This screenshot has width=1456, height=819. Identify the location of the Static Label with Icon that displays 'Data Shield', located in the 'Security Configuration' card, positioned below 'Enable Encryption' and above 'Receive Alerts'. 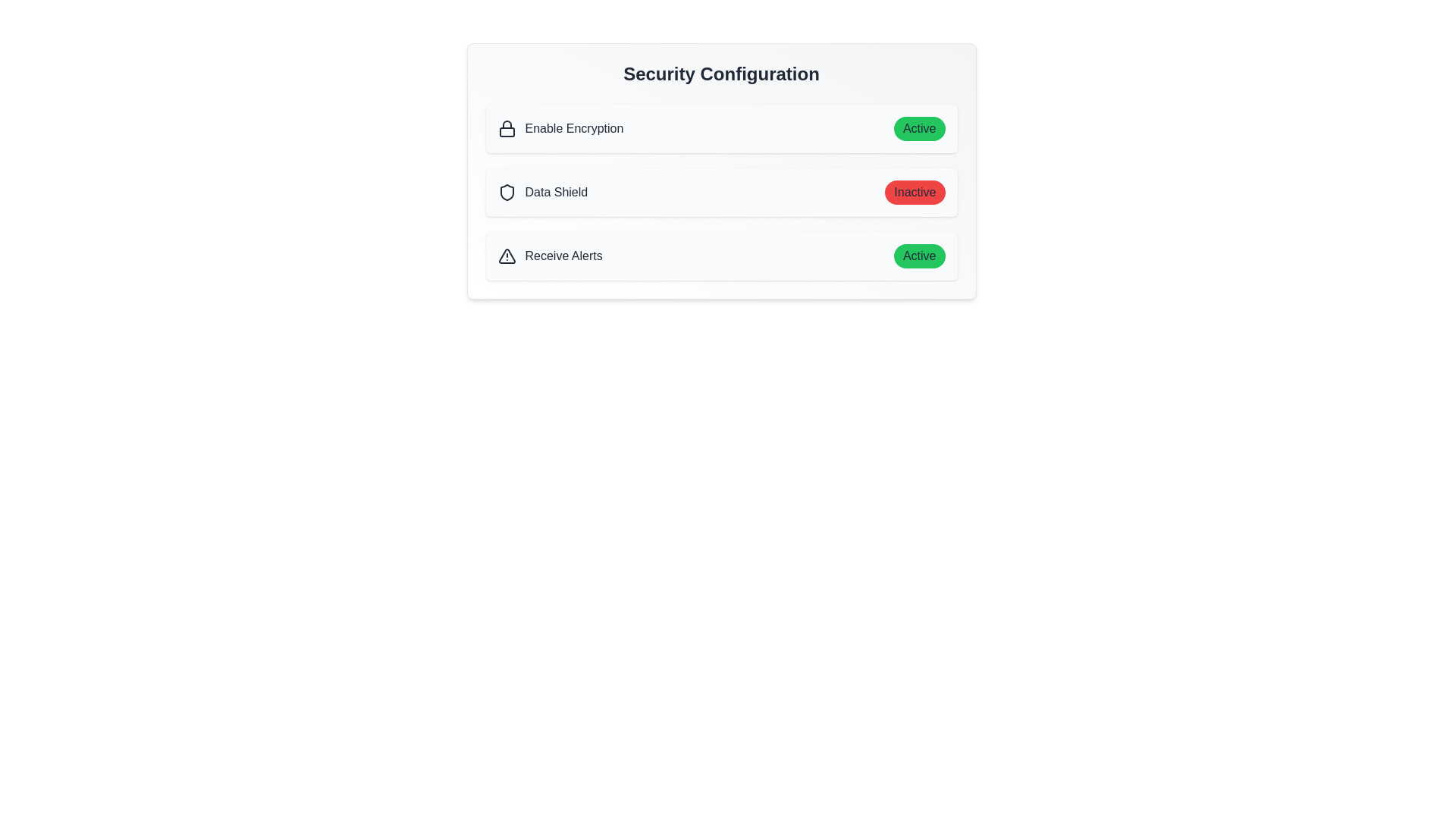
(542, 192).